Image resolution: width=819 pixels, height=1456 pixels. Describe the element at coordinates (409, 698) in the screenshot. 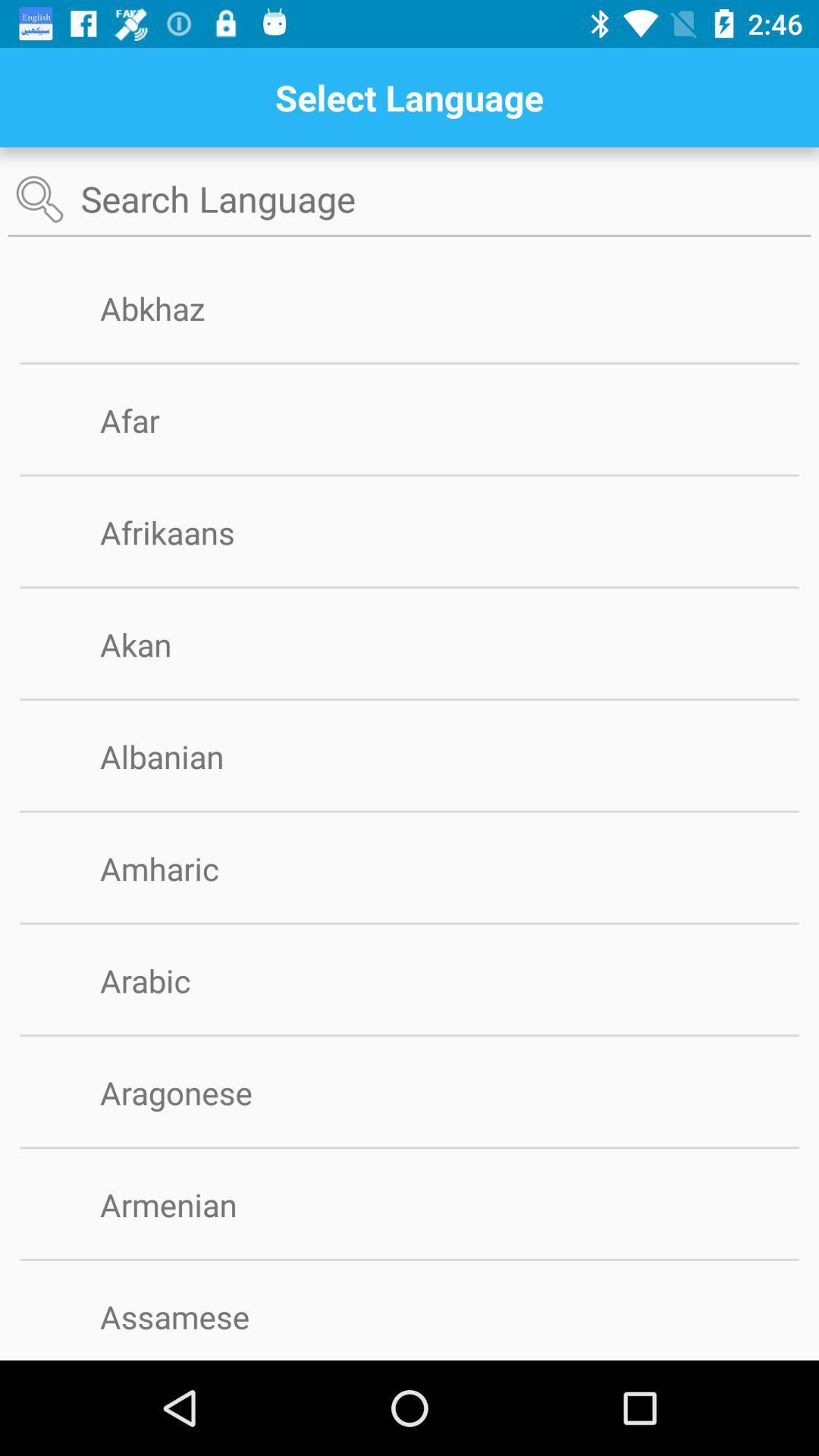

I see `the icon below akan item` at that location.